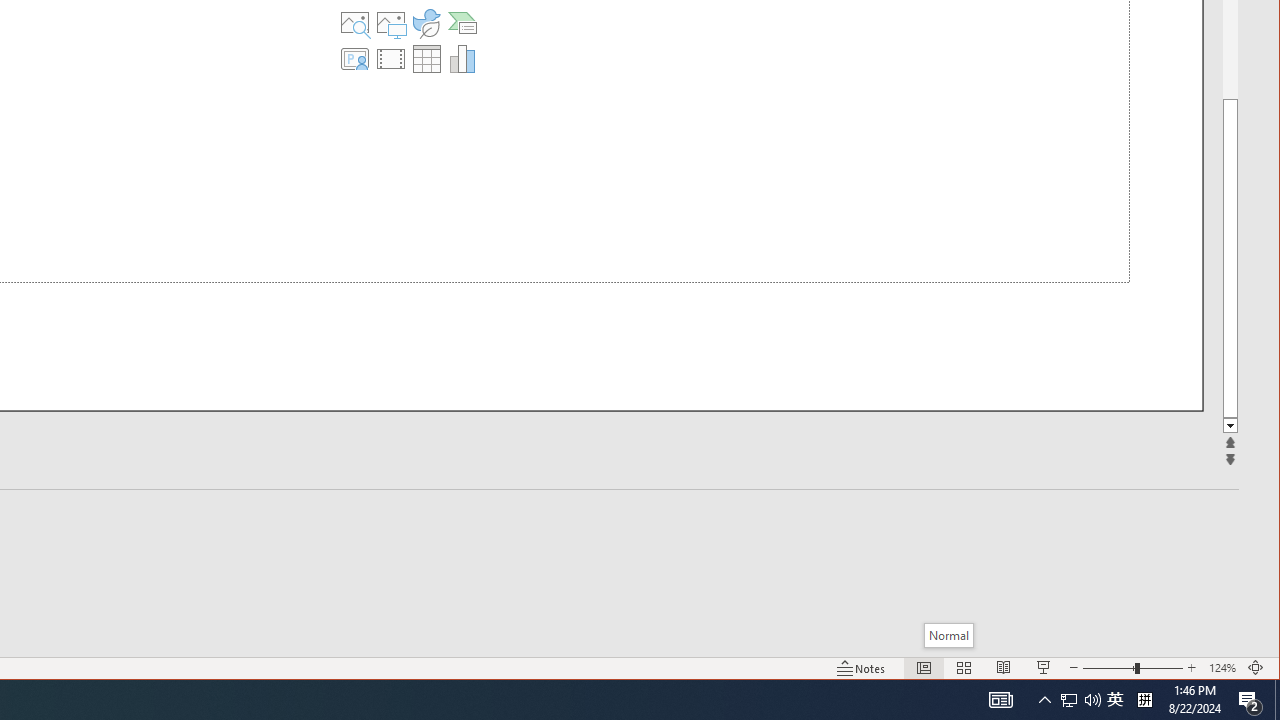 The image size is (1280, 720). I want to click on 'Insert Table', so click(425, 58).